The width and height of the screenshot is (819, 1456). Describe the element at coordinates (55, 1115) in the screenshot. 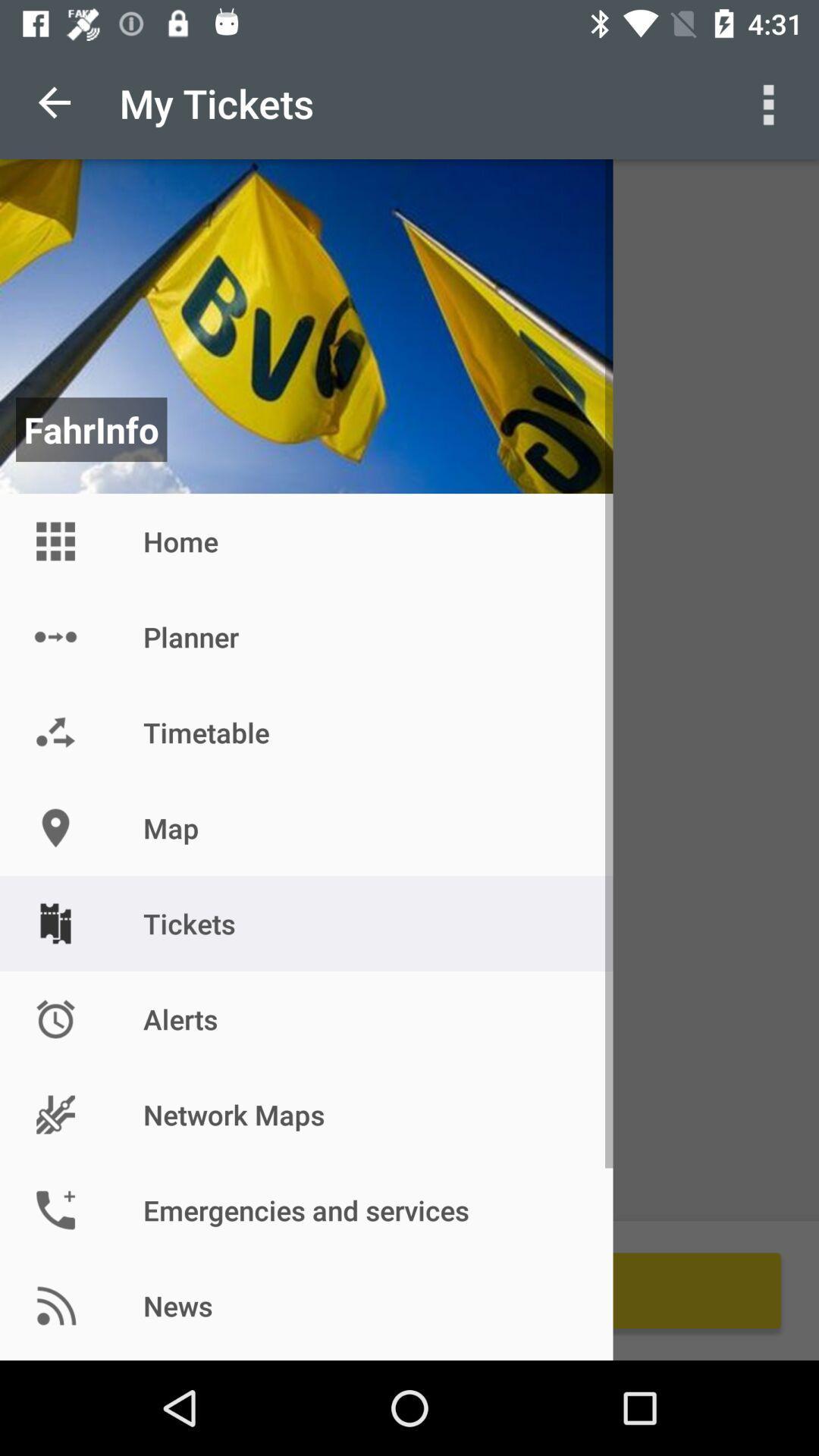

I see `the icon beside the network maps` at that location.